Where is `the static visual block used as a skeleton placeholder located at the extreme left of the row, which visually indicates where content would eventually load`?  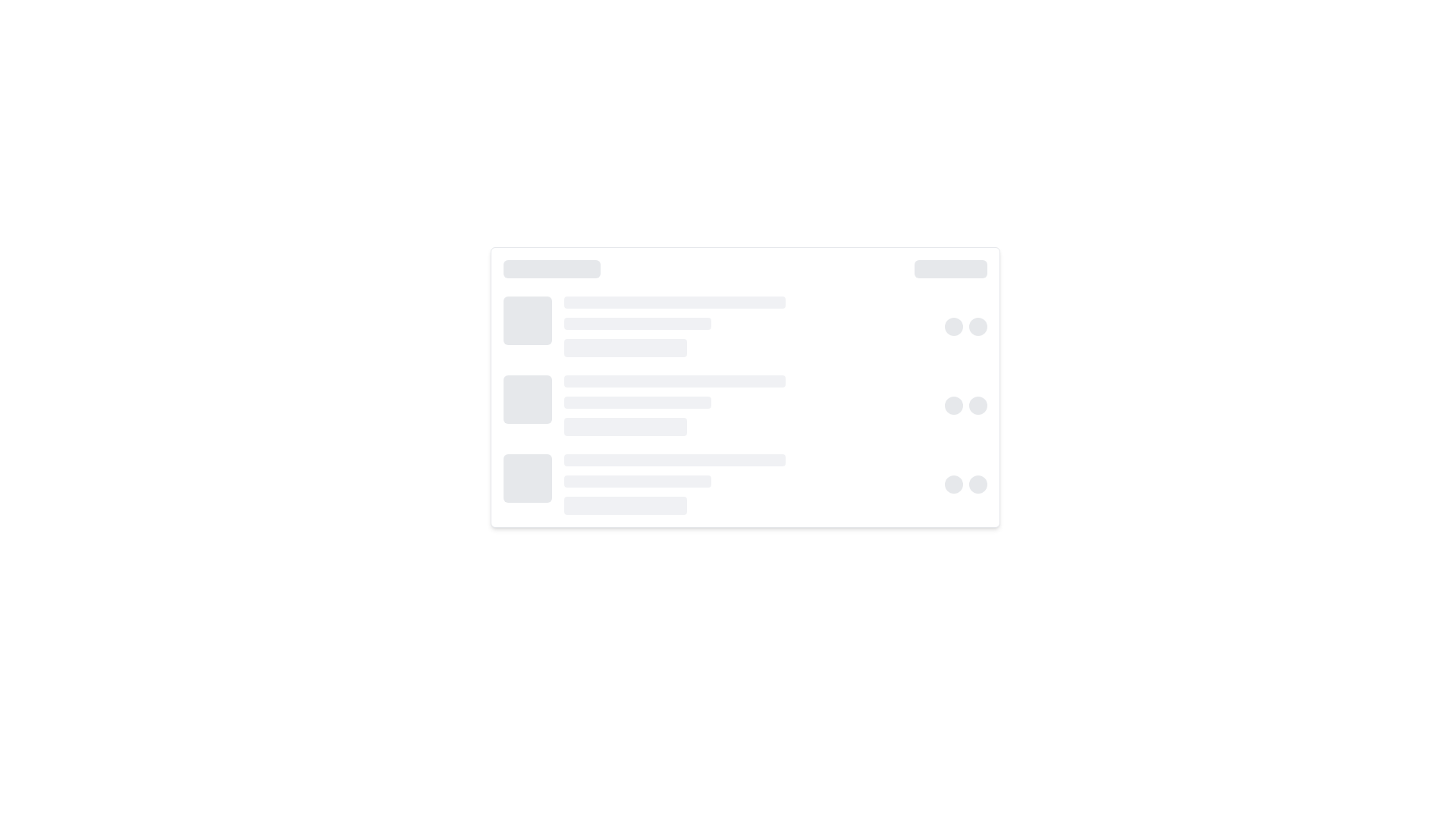 the static visual block used as a skeleton placeholder located at the extreme left of the row, which visually indicates where content would eventually load is located at coordinates (528, 399).